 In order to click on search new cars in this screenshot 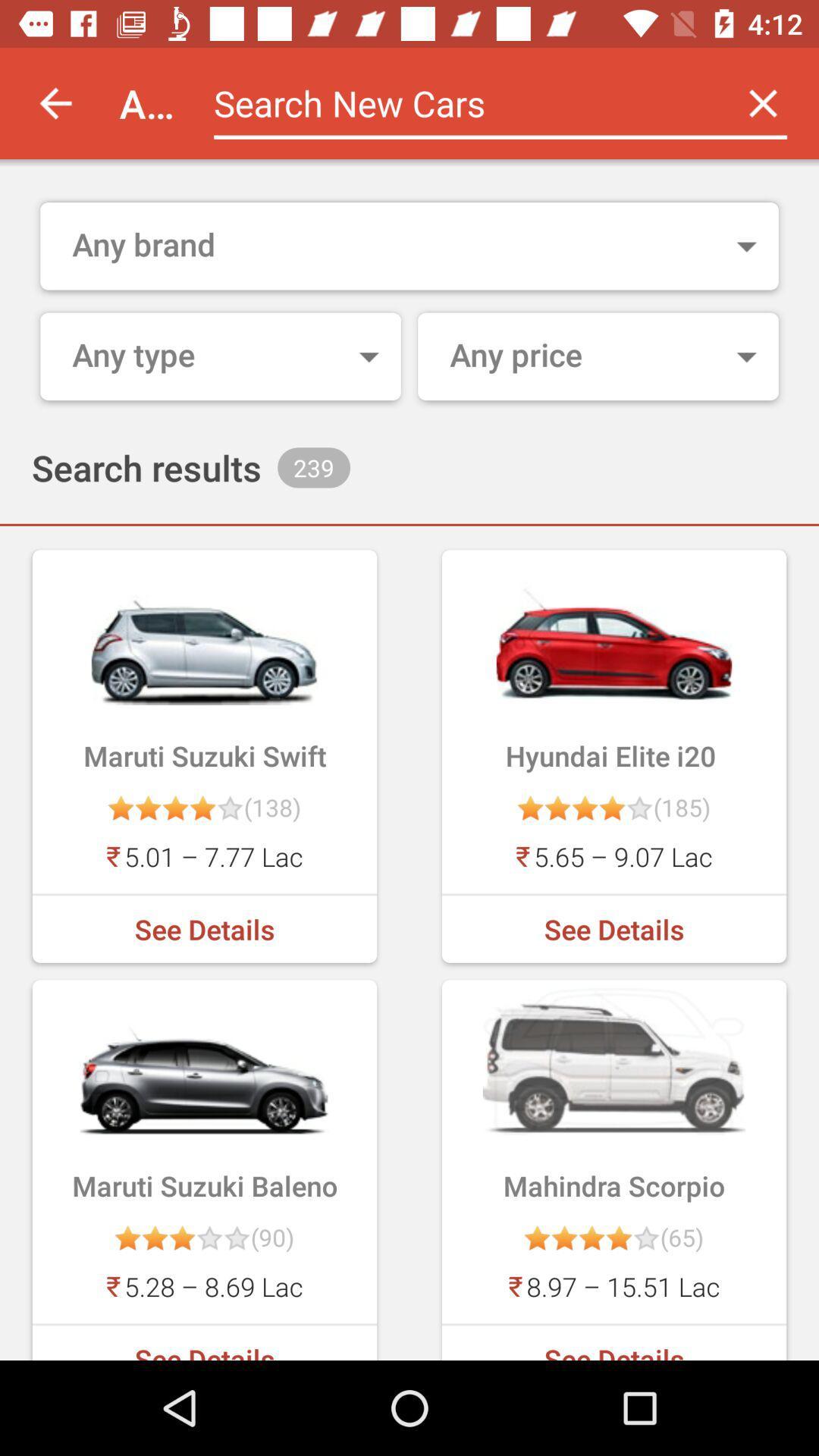, I will do `click(460, 102)`.